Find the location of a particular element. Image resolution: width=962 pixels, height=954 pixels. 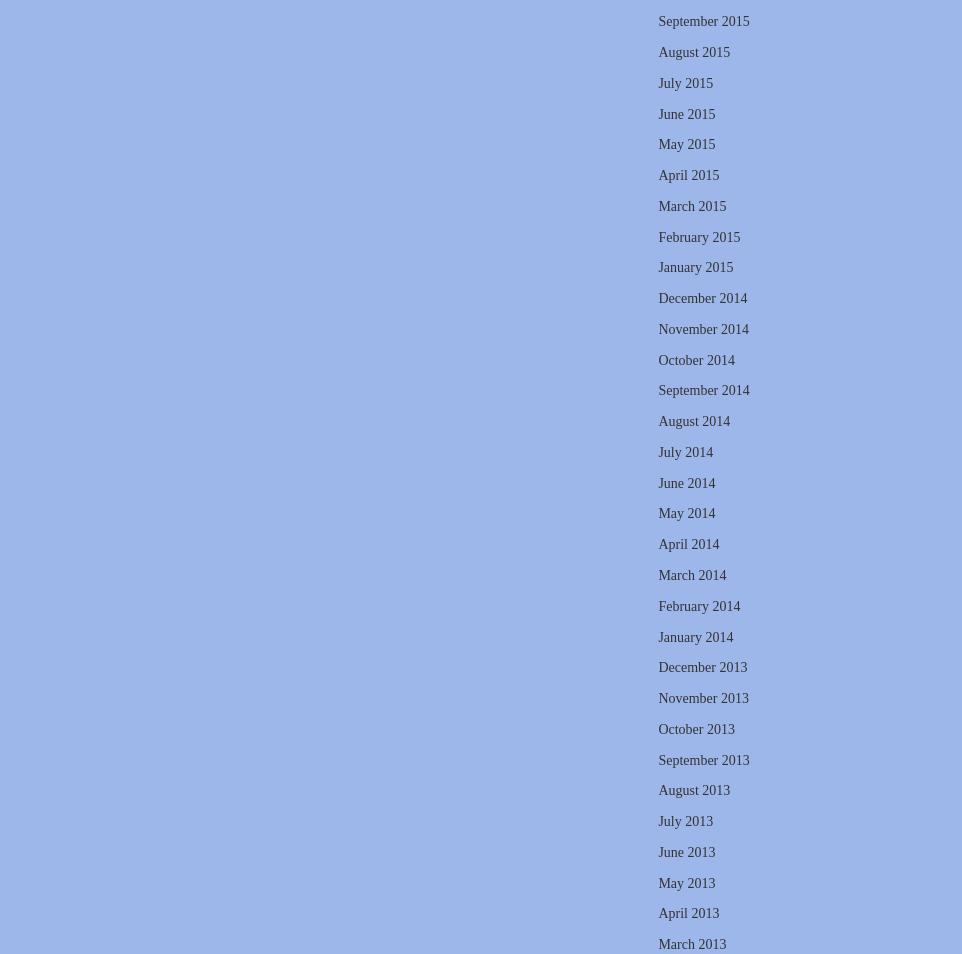

'February 2014' is located at coordinates (697, 604).